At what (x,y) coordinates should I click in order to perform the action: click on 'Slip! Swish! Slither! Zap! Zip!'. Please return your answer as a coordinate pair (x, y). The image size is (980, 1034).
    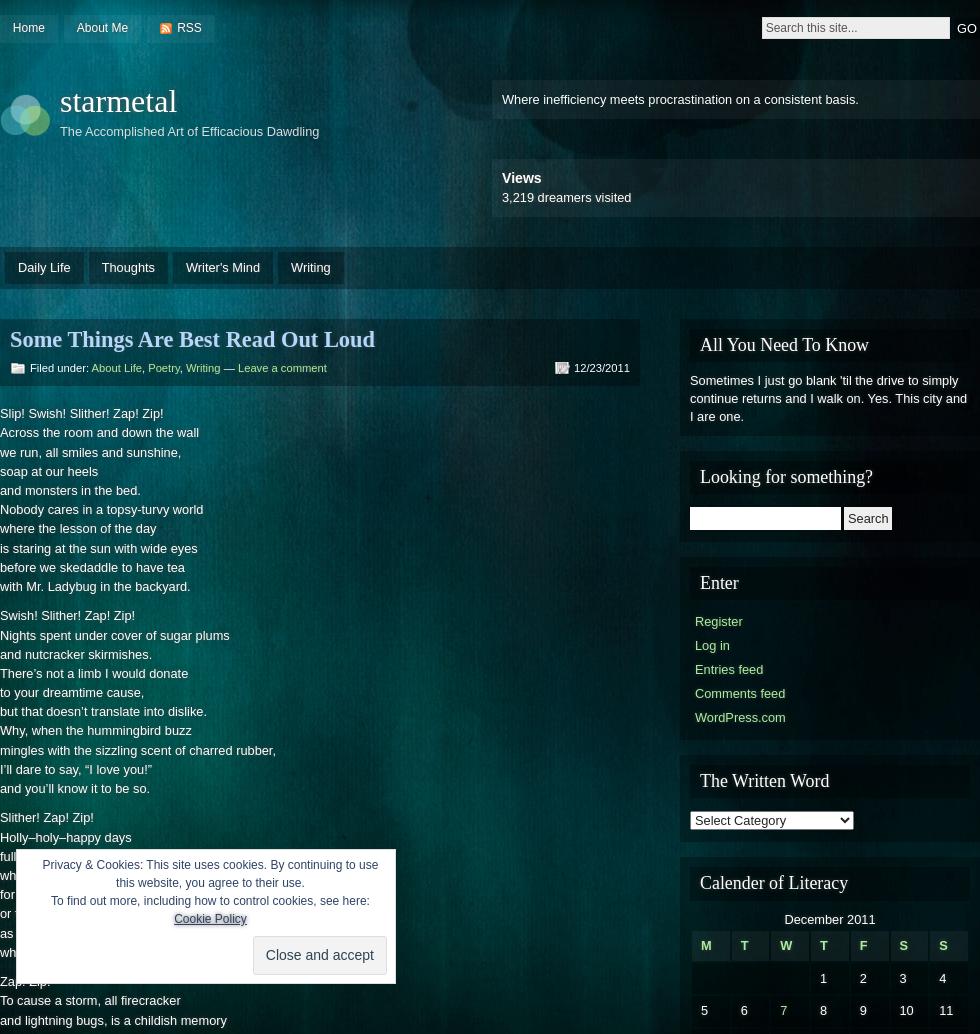
    Looking at the image, I should click on (81, 412).